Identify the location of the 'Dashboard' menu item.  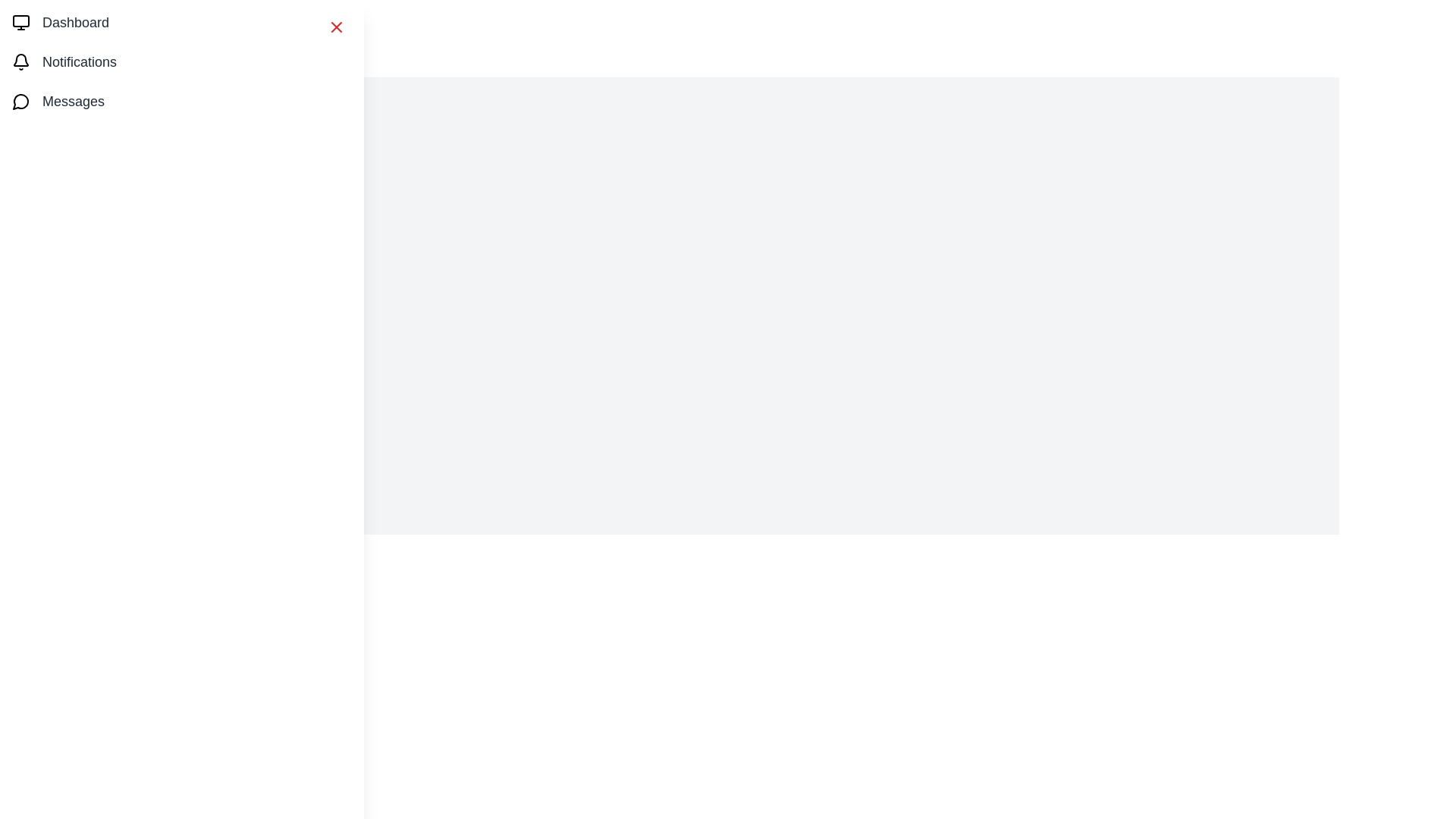
(75, 23).